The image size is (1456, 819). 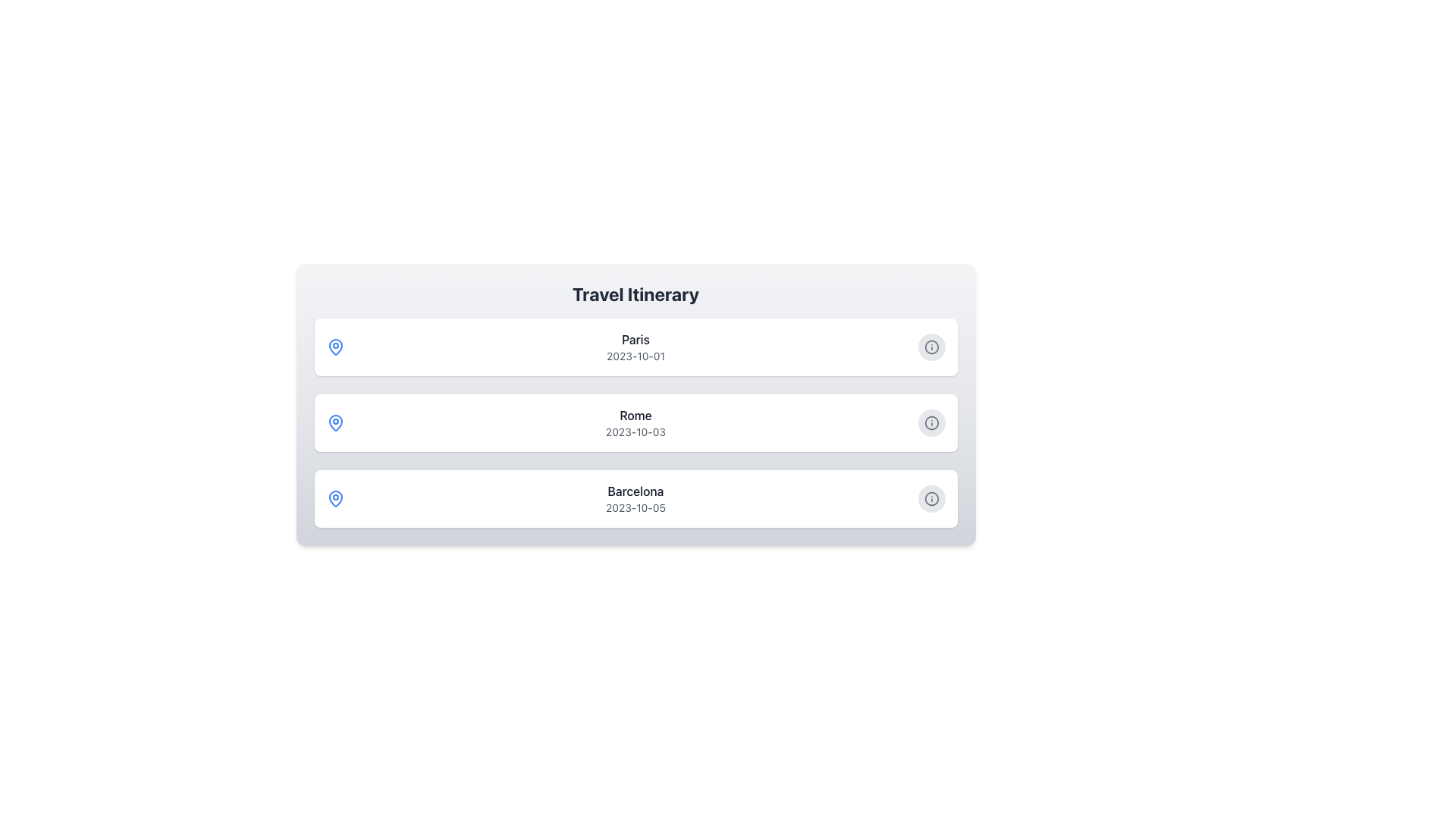 I want to click on the second card in the vertical list that displays 'Rome' with a blue map pin icon on the left and an information icon on the right, so click(x=635, y=423).